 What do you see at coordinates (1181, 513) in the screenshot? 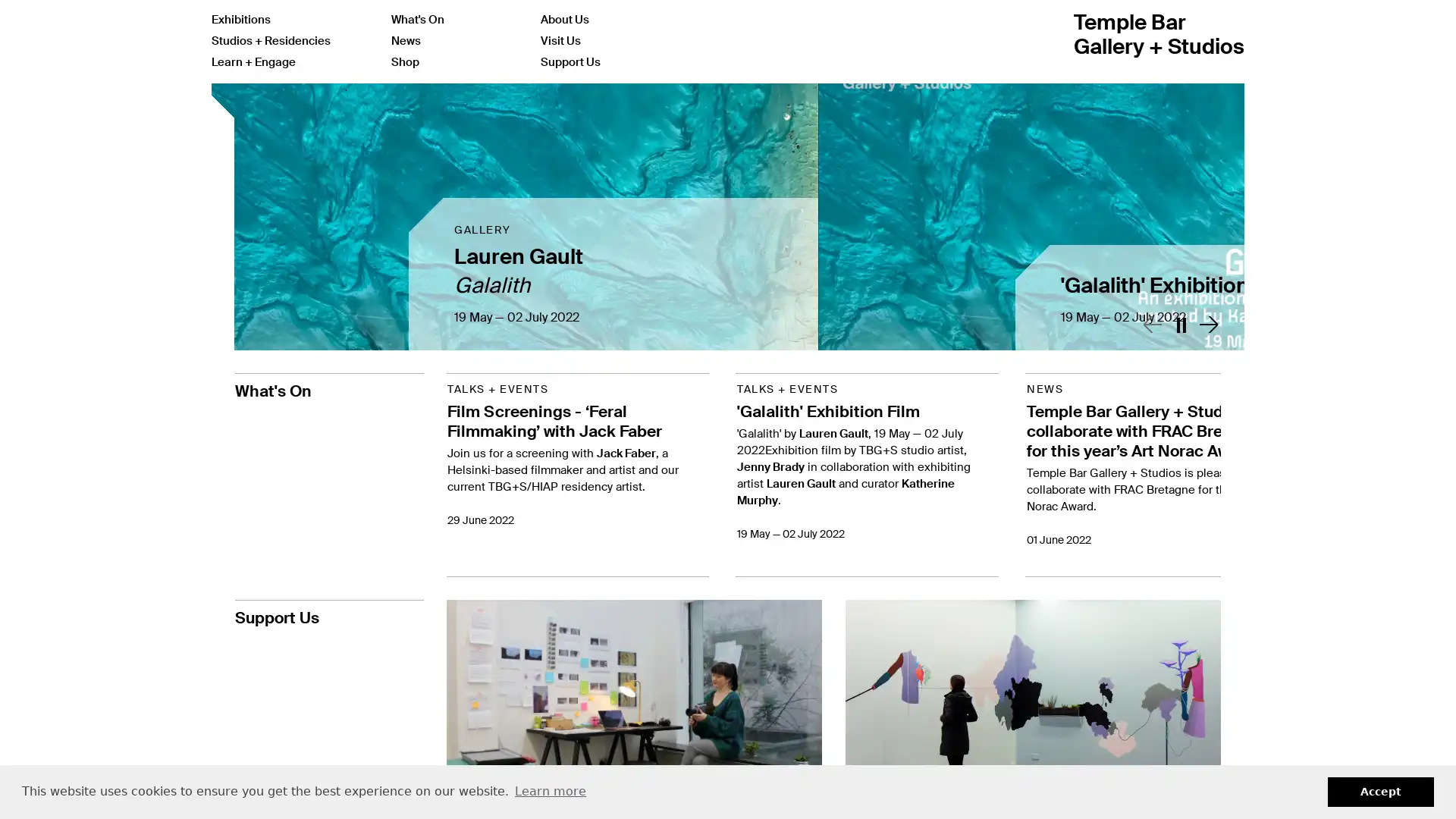
I see `Toggle play / stop slider` at bounding box center [1181, 513].